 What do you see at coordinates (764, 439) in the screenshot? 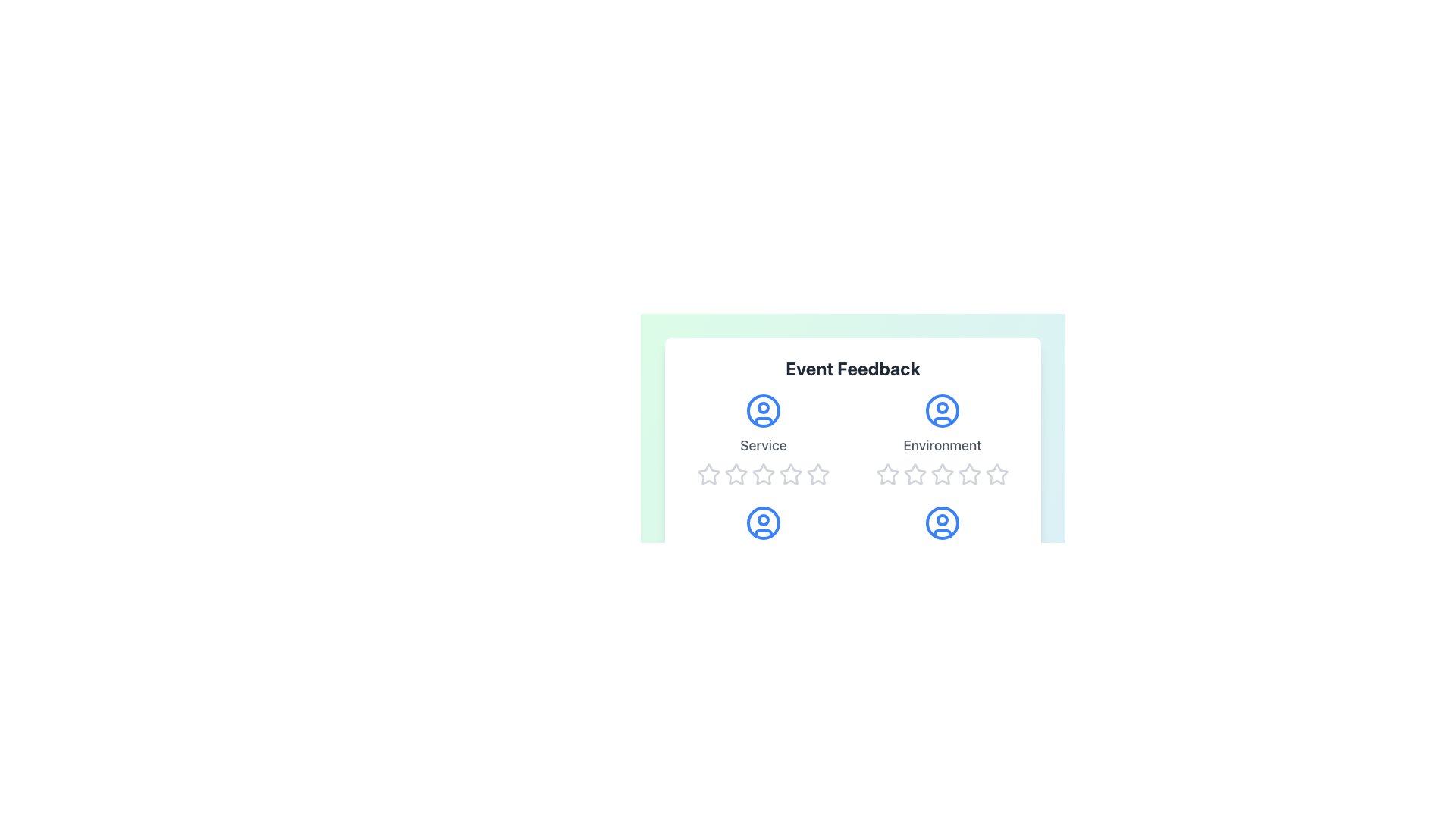
I see `the 'Service' feedback component` at bounding box center [764, 439].